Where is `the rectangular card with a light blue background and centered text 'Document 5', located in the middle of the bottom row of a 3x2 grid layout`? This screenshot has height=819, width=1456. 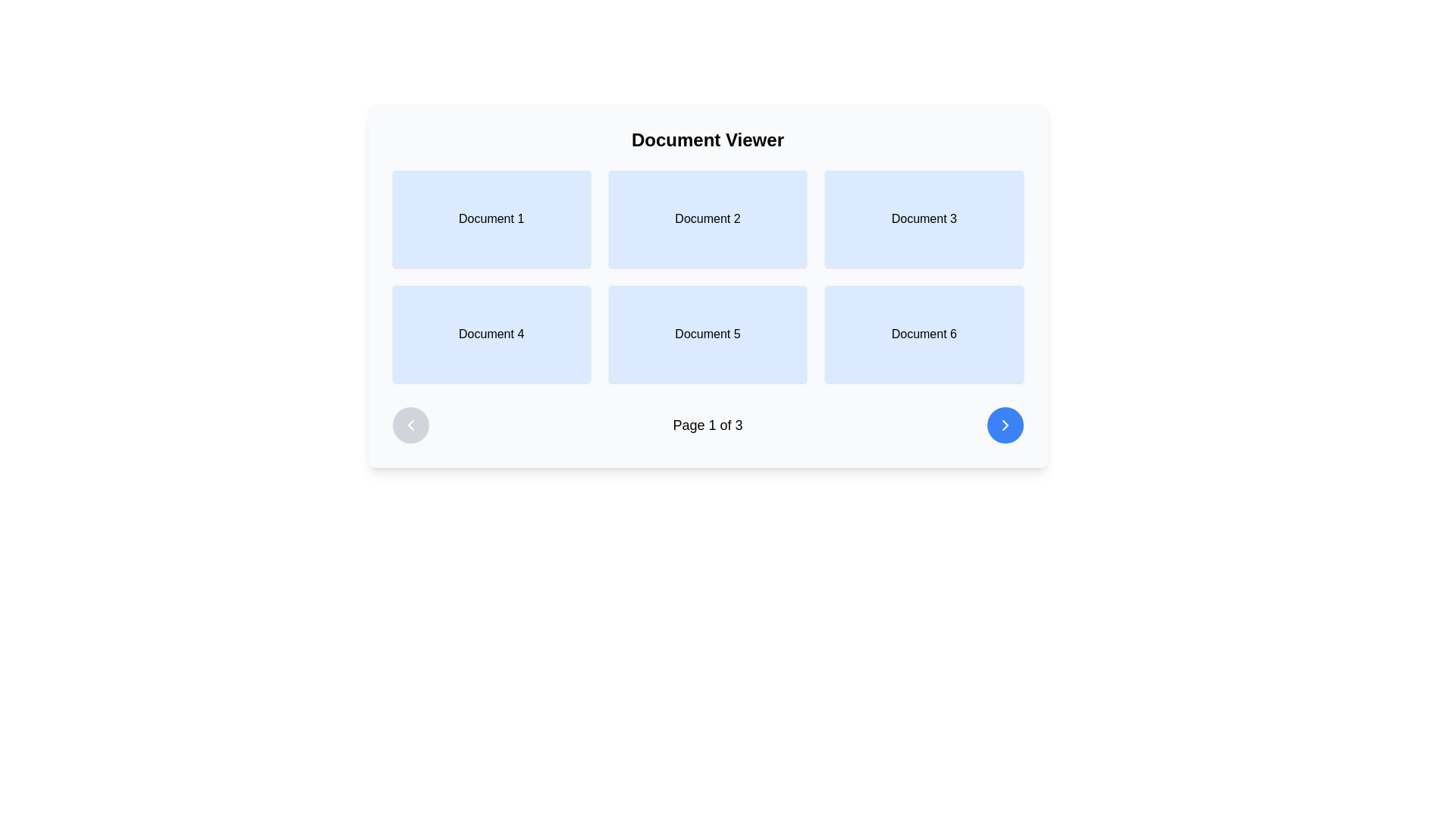 the rectangular card with a light blue background and centered text 'Document 5', located in the middle of the bottom row of a 3x2 grid layout is located at coordinates (707, 333).